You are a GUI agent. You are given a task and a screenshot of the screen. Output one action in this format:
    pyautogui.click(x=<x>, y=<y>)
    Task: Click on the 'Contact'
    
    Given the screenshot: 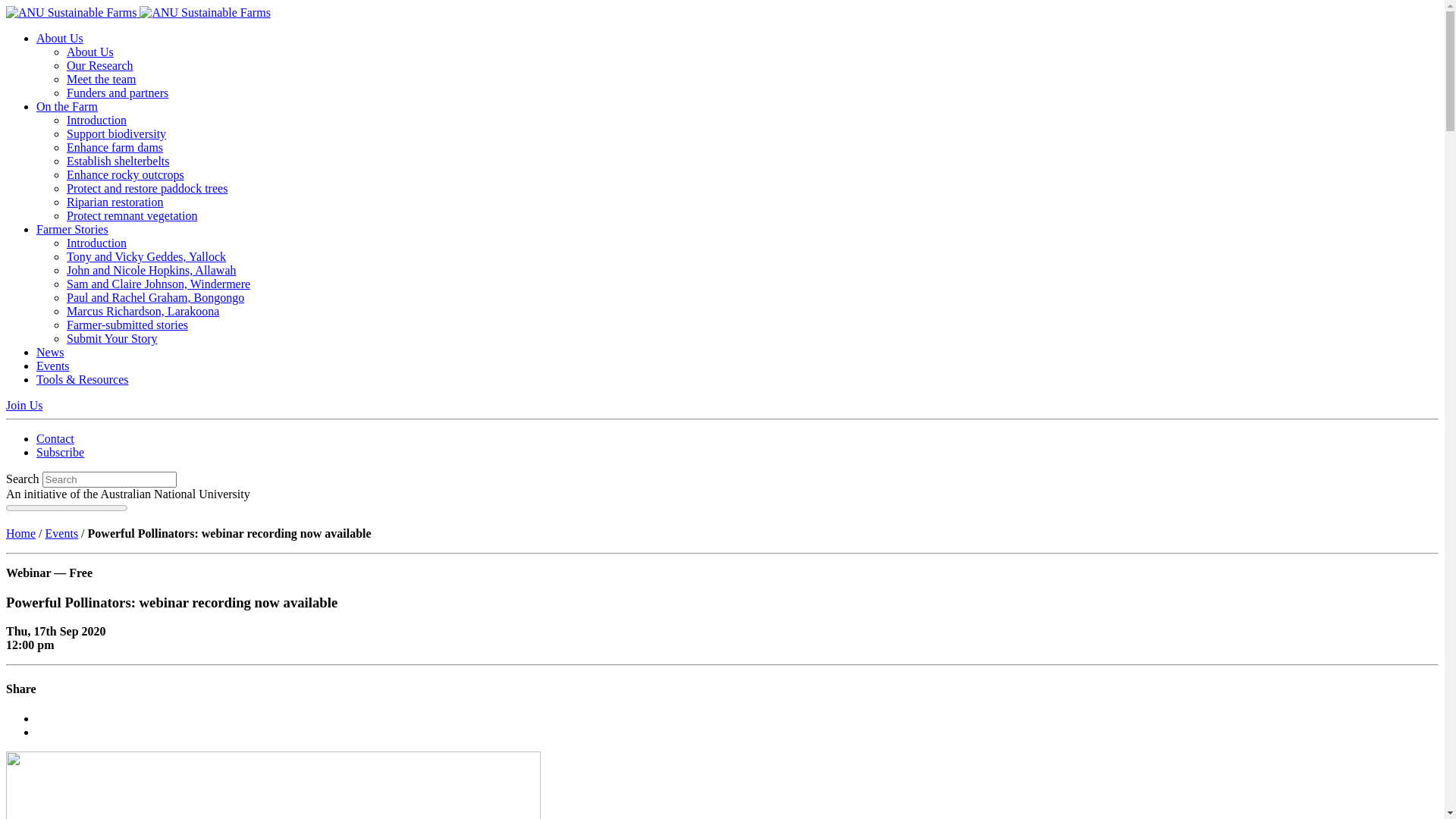 What is the action you would take?
    pyautogui.click(x=55, y=438)
    